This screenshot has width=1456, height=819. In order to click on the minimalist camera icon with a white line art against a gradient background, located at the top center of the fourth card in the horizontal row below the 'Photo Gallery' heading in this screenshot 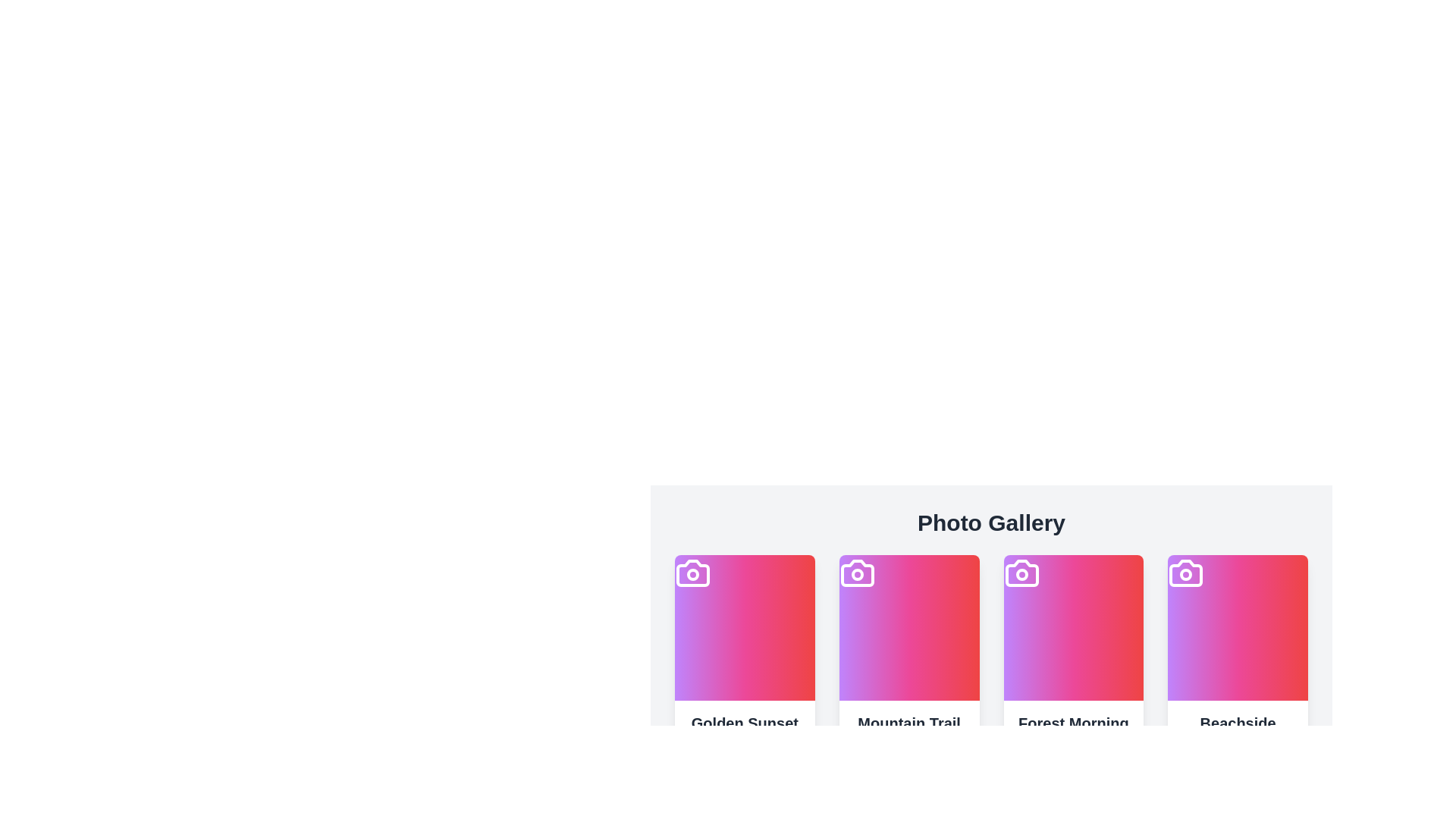, I will do `click(1185, 573)`.